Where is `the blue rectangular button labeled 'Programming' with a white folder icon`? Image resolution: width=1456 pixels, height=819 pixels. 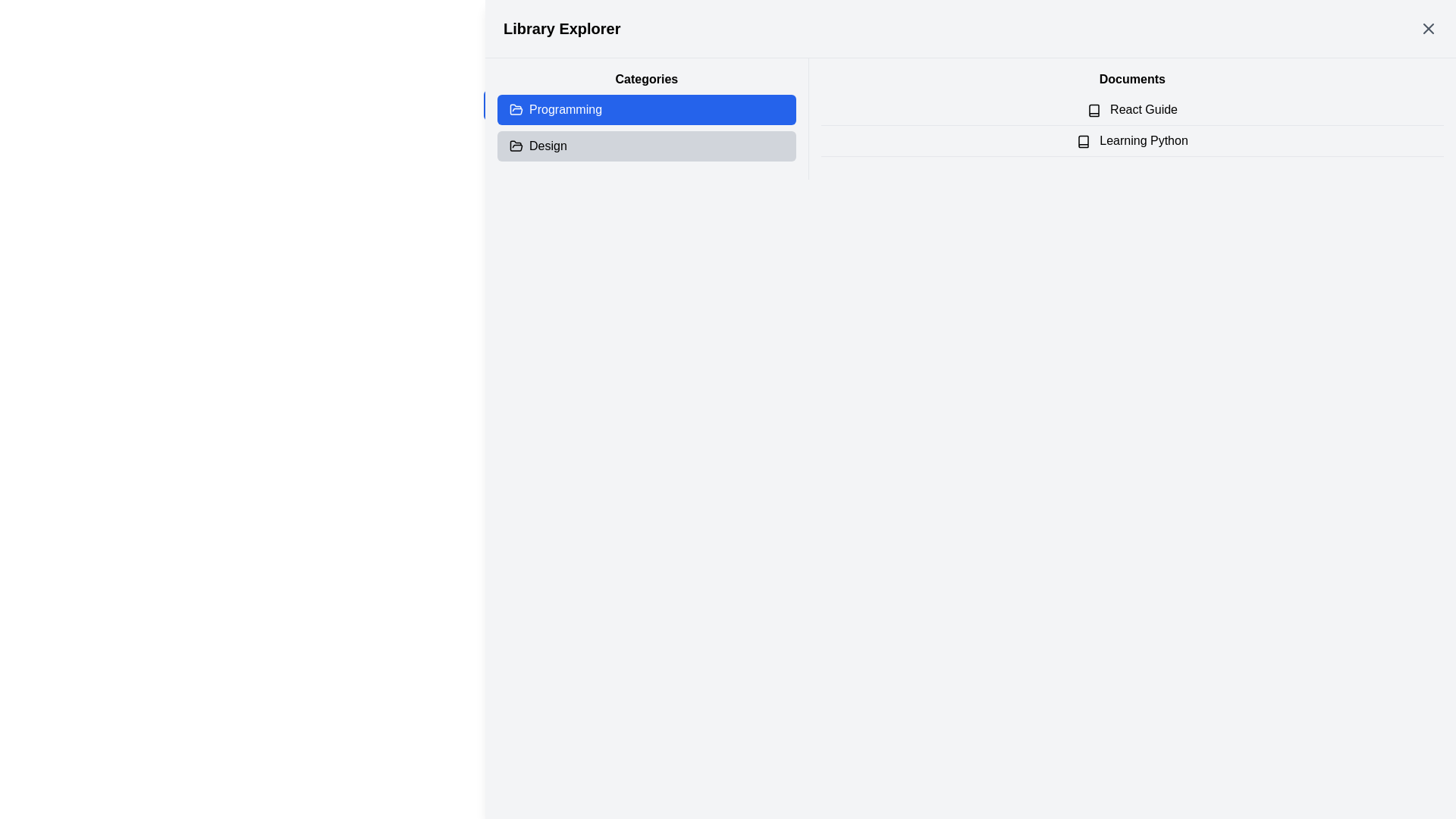
the blue rectangular button labeled 'Programming' with a white folder icon is located at coordinates (647, 118).